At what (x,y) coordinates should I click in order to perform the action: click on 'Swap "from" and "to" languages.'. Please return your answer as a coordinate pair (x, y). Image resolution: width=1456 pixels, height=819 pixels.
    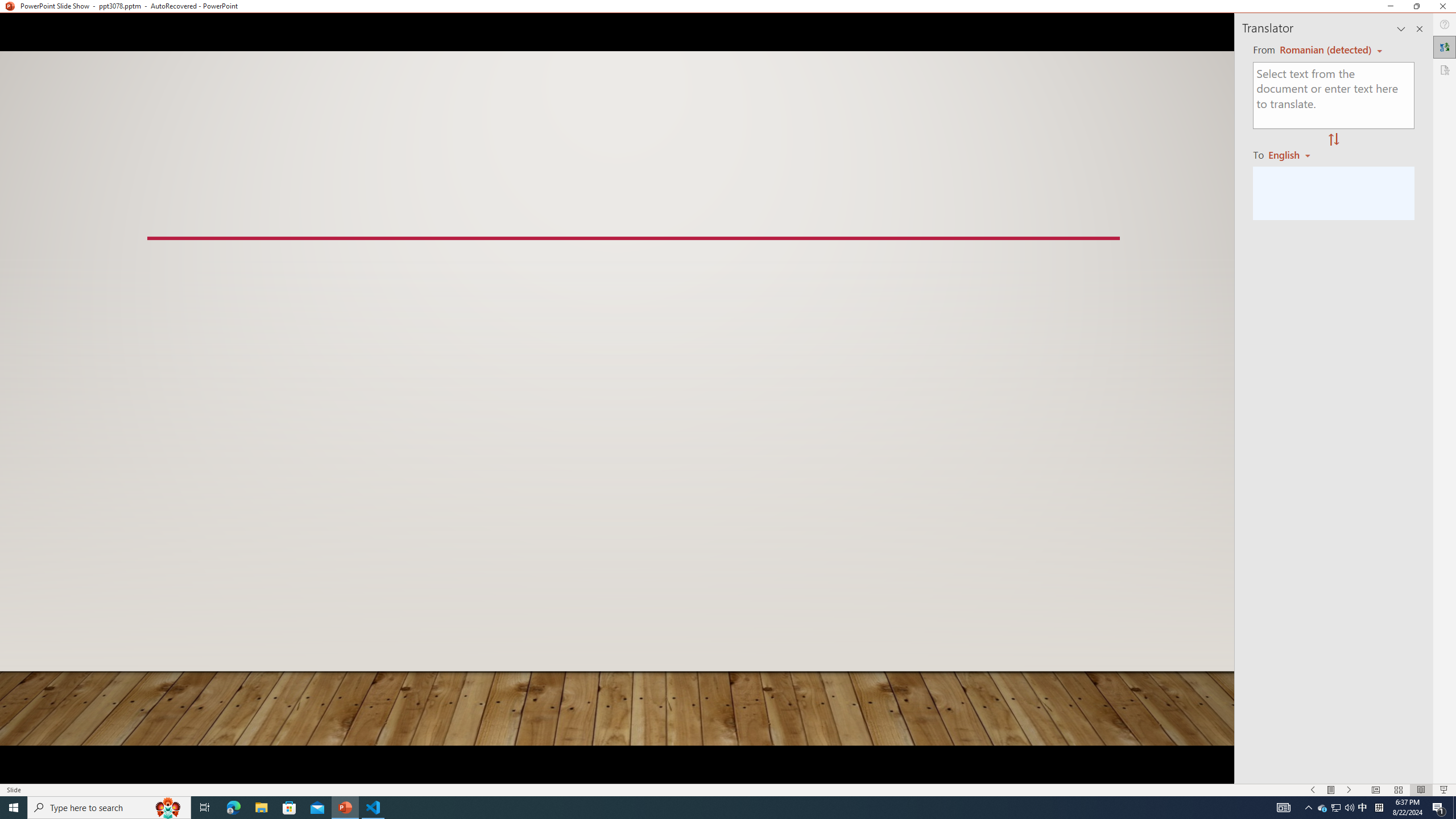
    Looking at the image, I should click on (1333, 139).